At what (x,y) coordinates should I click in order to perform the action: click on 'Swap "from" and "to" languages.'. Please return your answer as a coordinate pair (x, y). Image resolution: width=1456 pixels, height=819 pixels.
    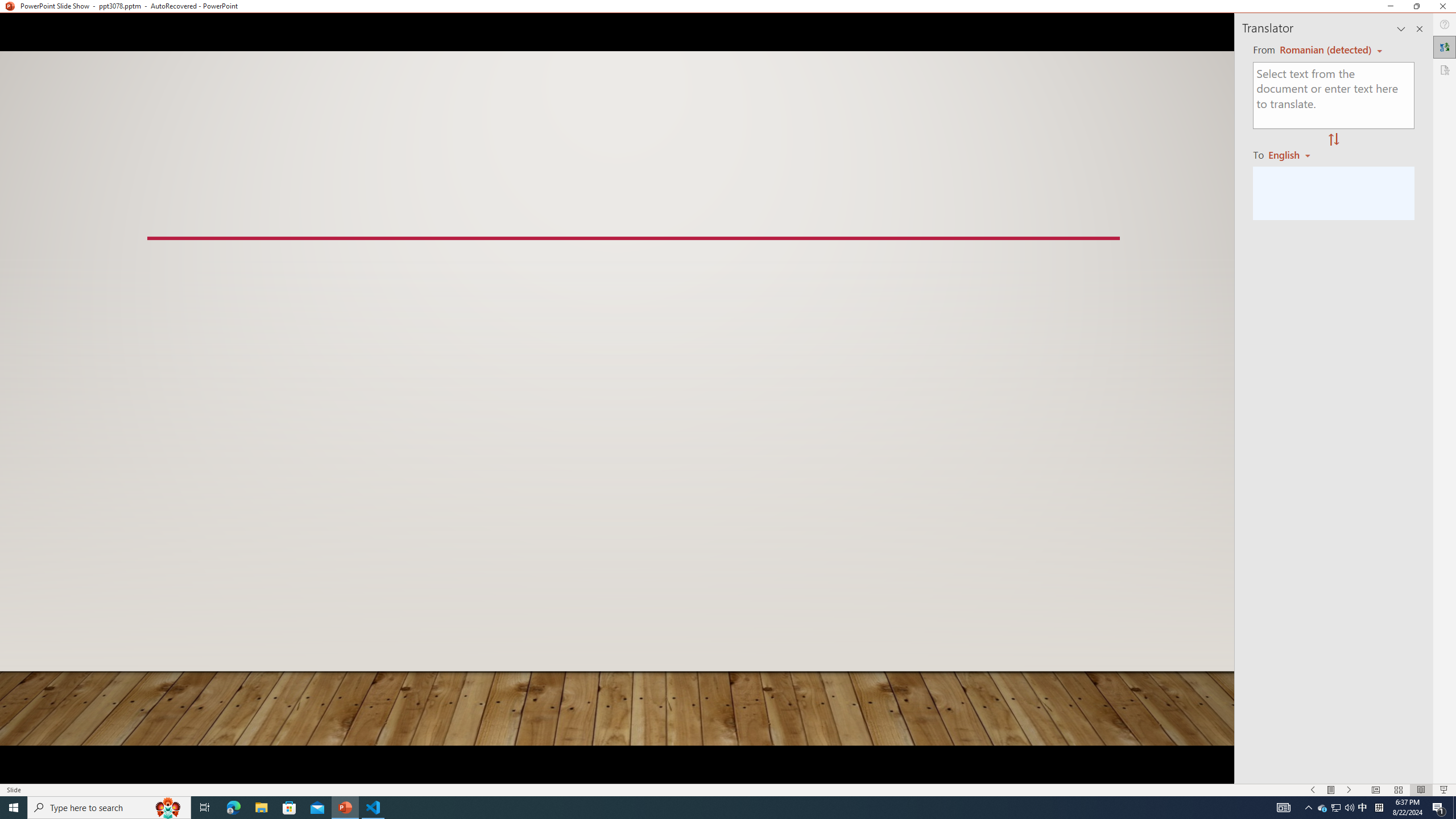
    Looking at the image, I should click on (1333, 139).